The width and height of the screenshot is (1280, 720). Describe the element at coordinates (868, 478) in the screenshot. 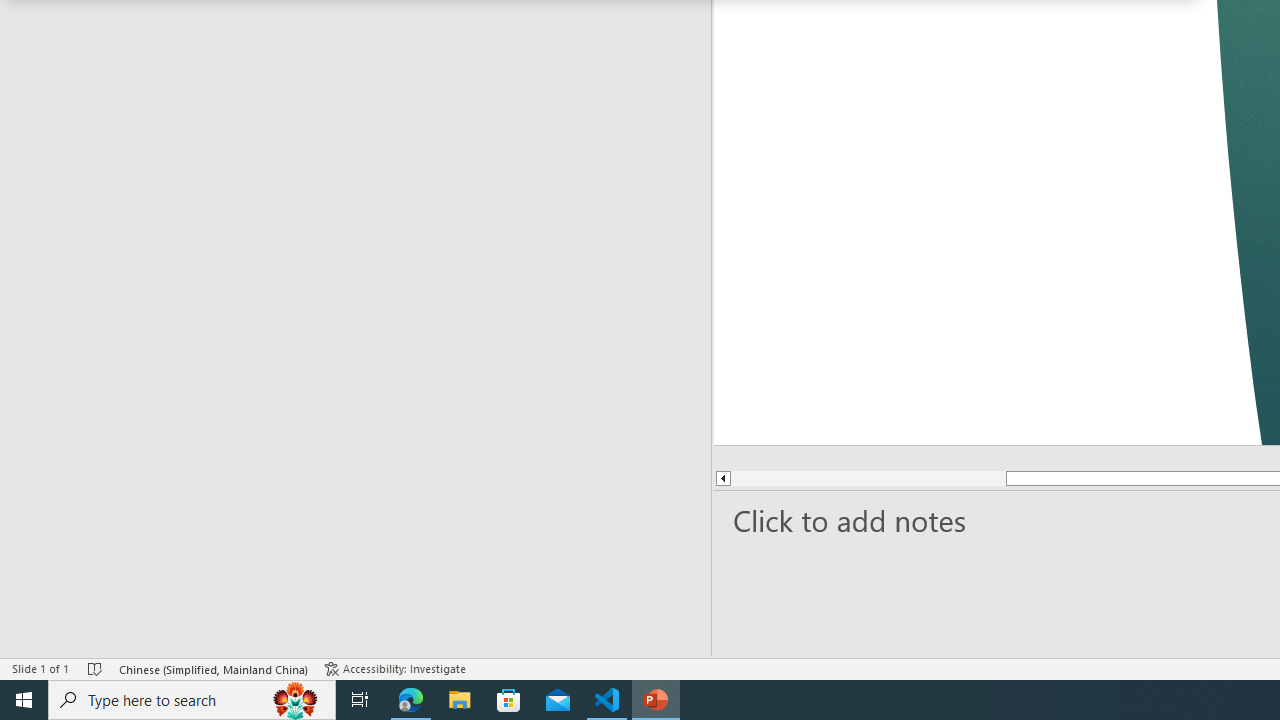

I see `'Page up'` at that location.